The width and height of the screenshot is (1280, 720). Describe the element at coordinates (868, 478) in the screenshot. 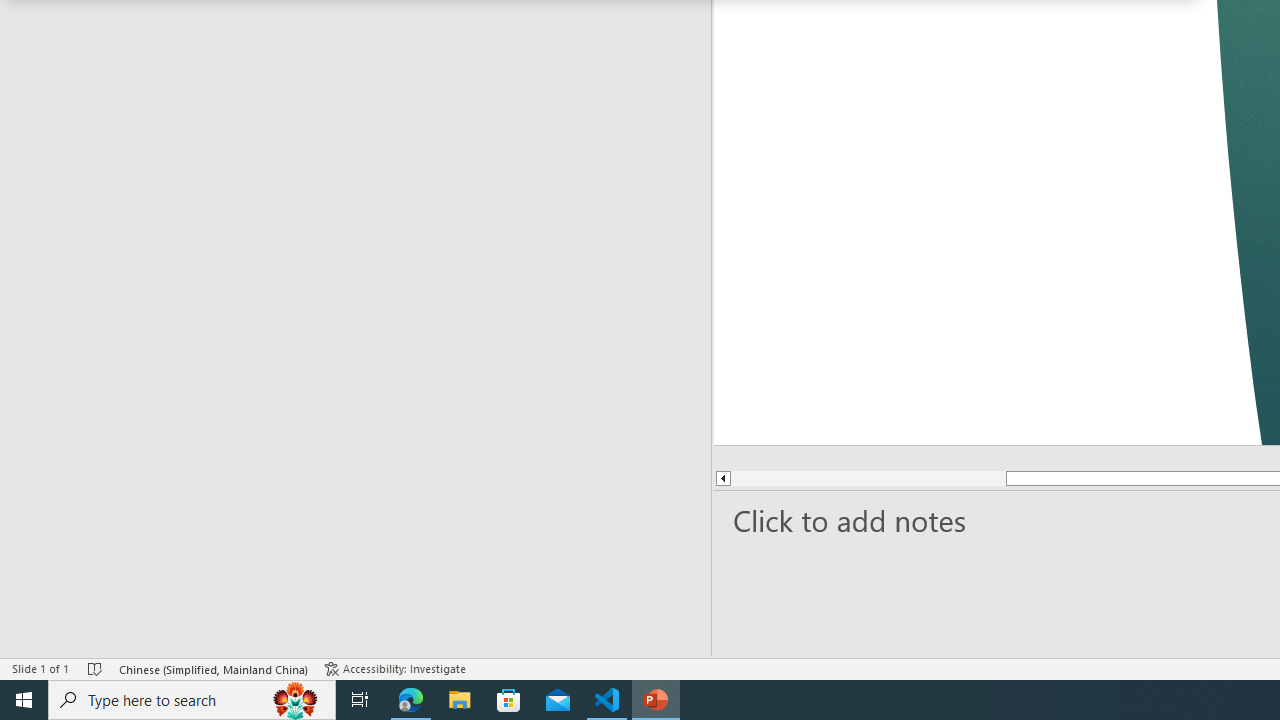

I see `'Page up'` at that location.